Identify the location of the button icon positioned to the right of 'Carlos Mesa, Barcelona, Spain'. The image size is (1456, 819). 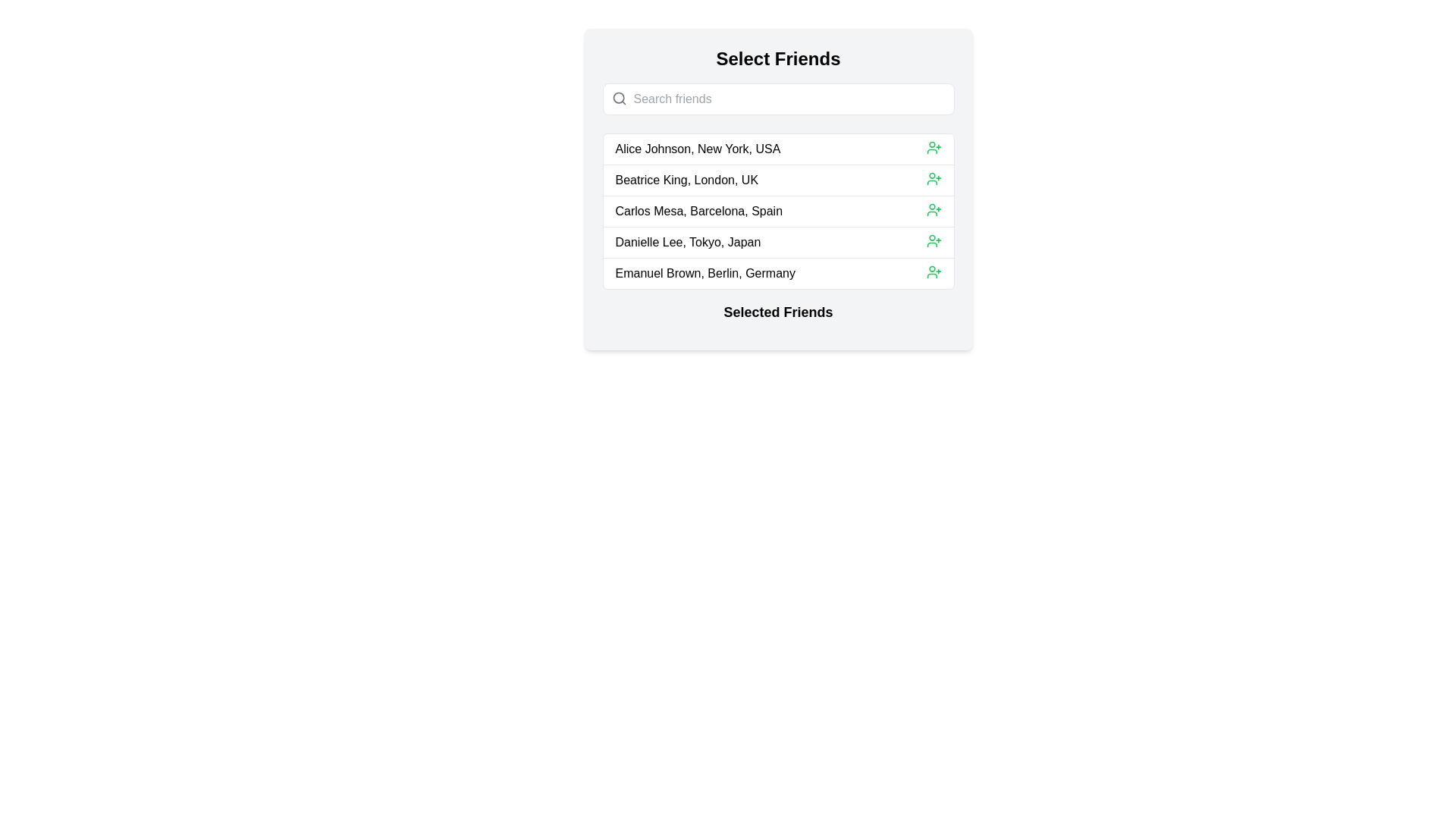
(933, 210).